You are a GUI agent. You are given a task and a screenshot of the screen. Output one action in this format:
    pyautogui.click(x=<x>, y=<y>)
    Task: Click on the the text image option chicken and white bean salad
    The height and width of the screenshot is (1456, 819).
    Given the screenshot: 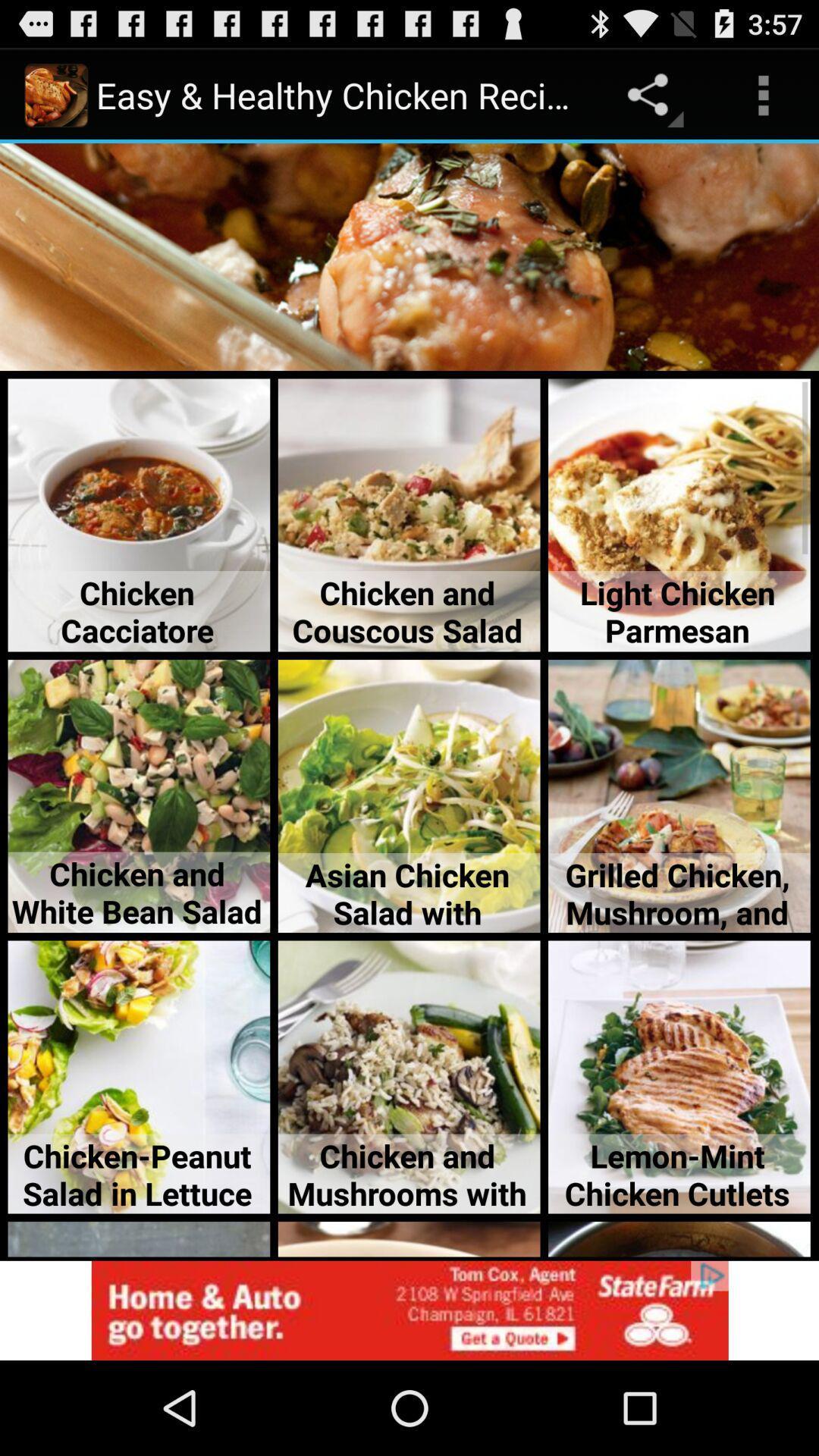 What is the action you would take?
    pyautogui.click(x=139, y=795)
    